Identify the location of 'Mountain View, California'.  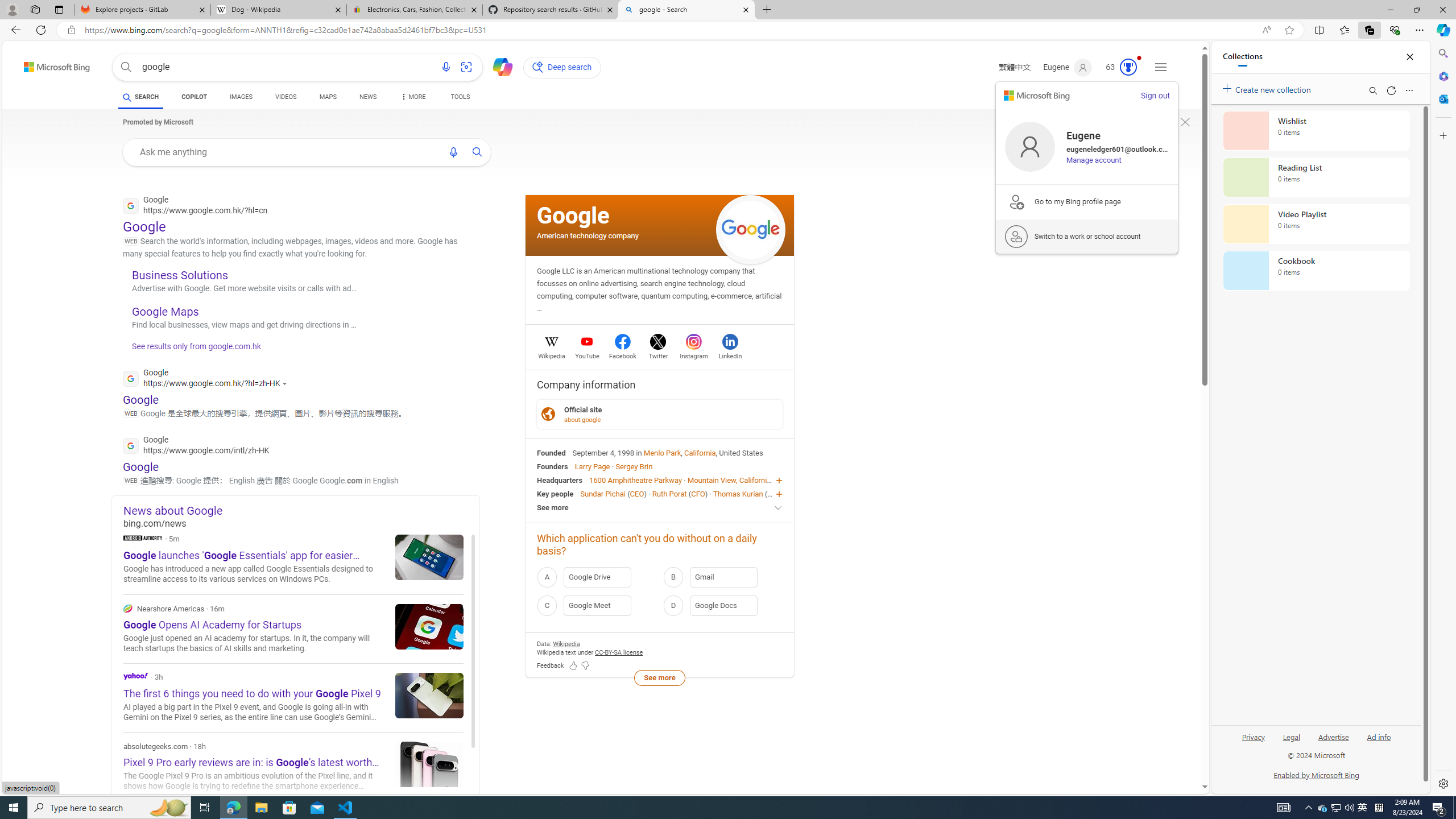
(729, 479).